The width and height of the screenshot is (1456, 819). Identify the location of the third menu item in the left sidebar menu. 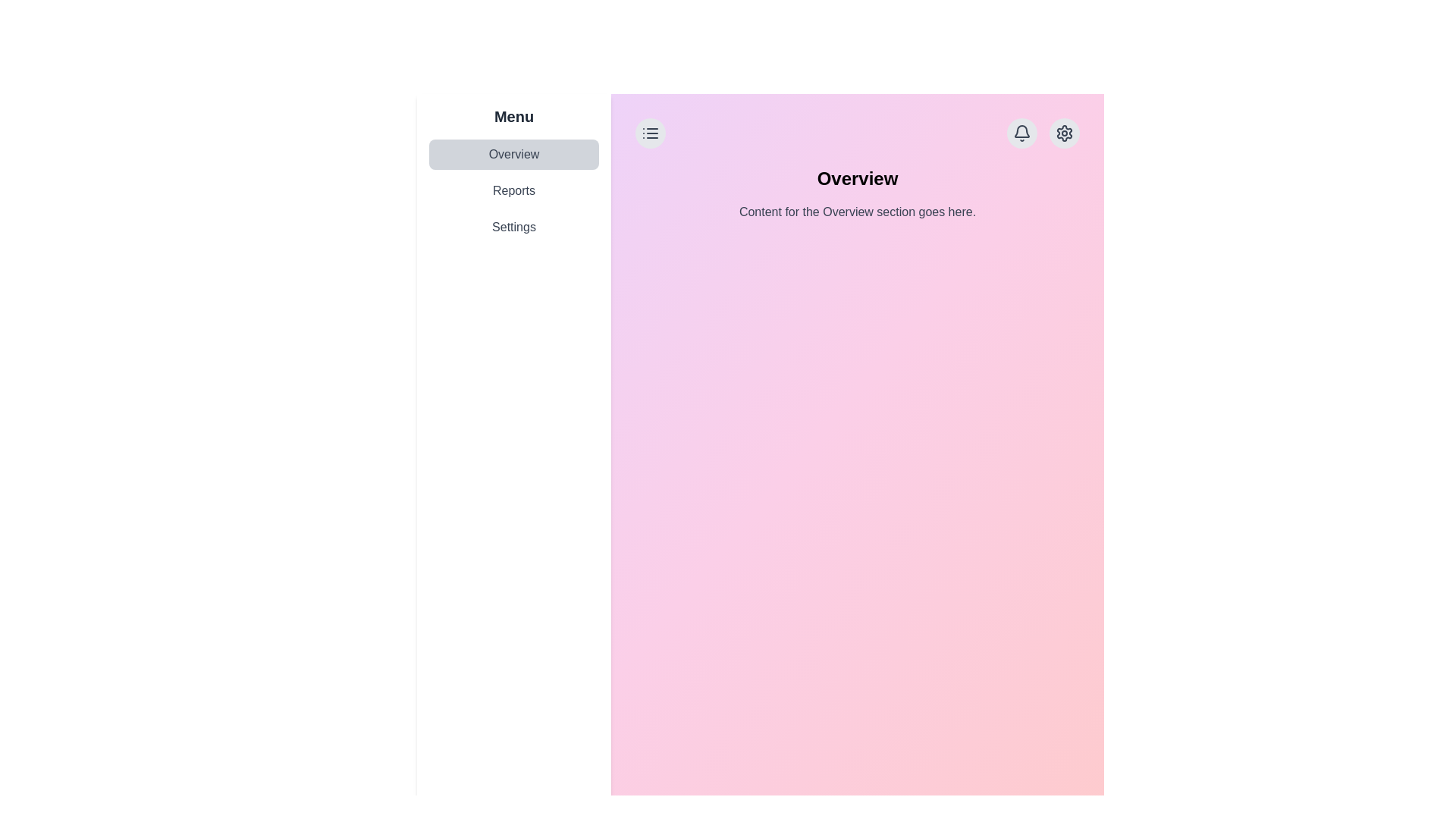
(513, 227).